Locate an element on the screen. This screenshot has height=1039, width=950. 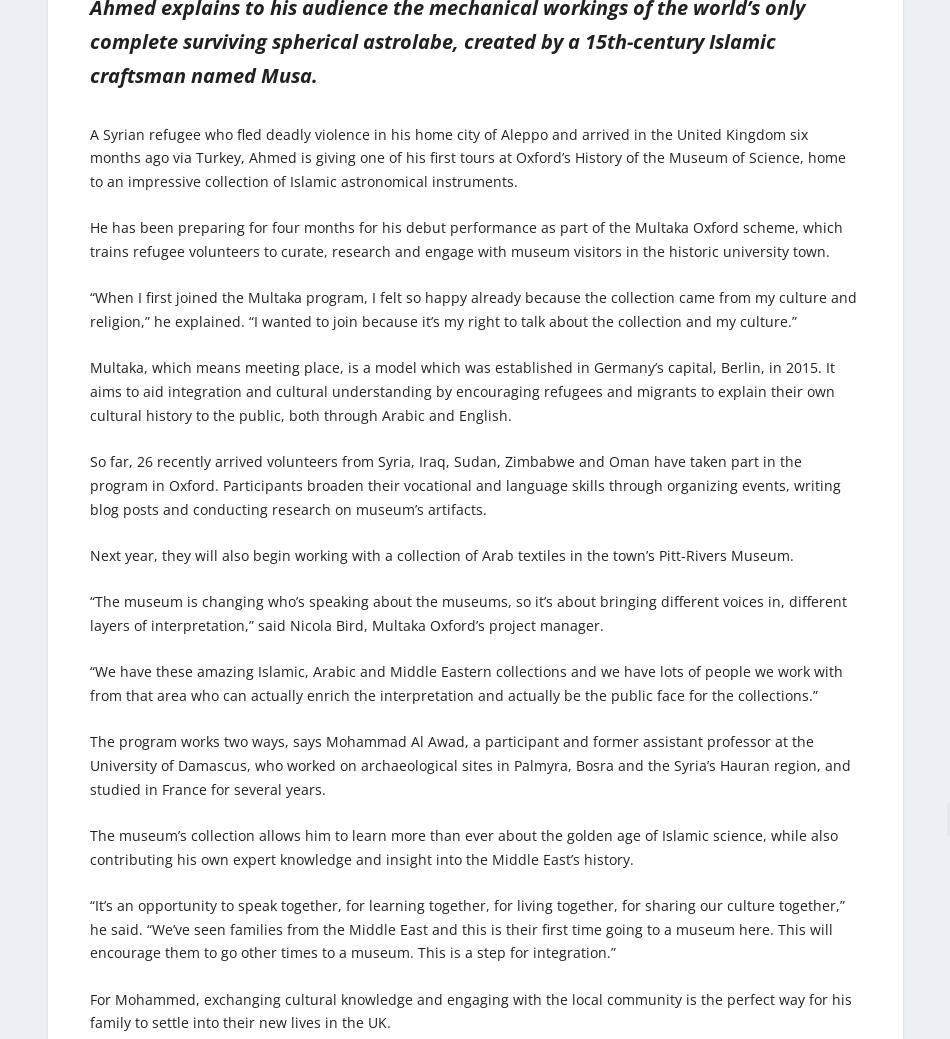
'Next year, they will also begin working with a collection of Arab textiles in the town’s Pitt-Rivers Museum.' is located at coordinates (441, 554).